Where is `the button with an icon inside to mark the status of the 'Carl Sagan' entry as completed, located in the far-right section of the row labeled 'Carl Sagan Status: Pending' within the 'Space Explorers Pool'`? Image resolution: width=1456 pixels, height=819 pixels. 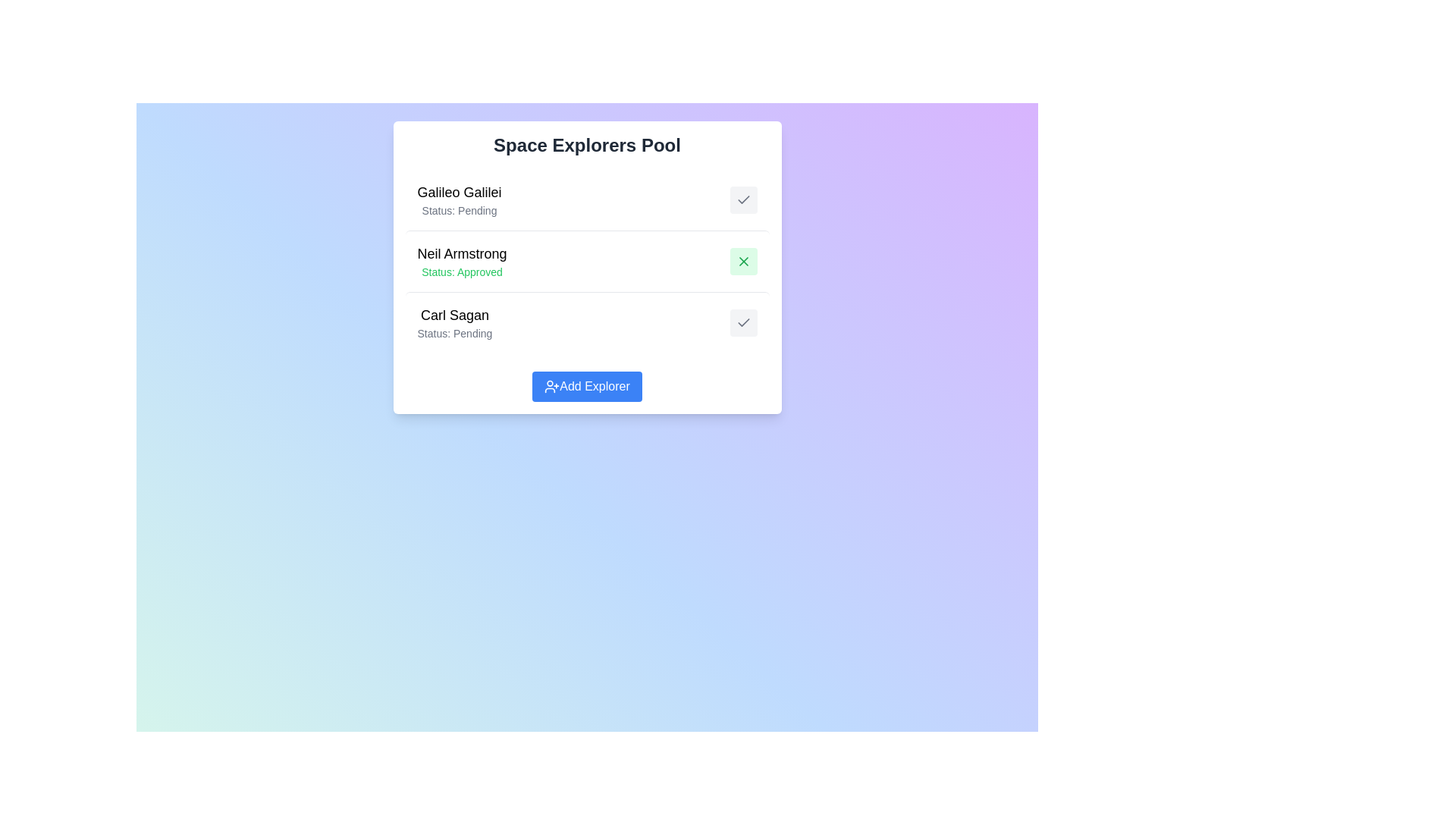
the button with an icon inside to mark the status of the 'Carl Sagan' entry as completed, located in the far-right section of the row labeled 'Carl Sagan Status: Pending' within the 'Space Explorers Pool' is located at coordinates (743, 322).